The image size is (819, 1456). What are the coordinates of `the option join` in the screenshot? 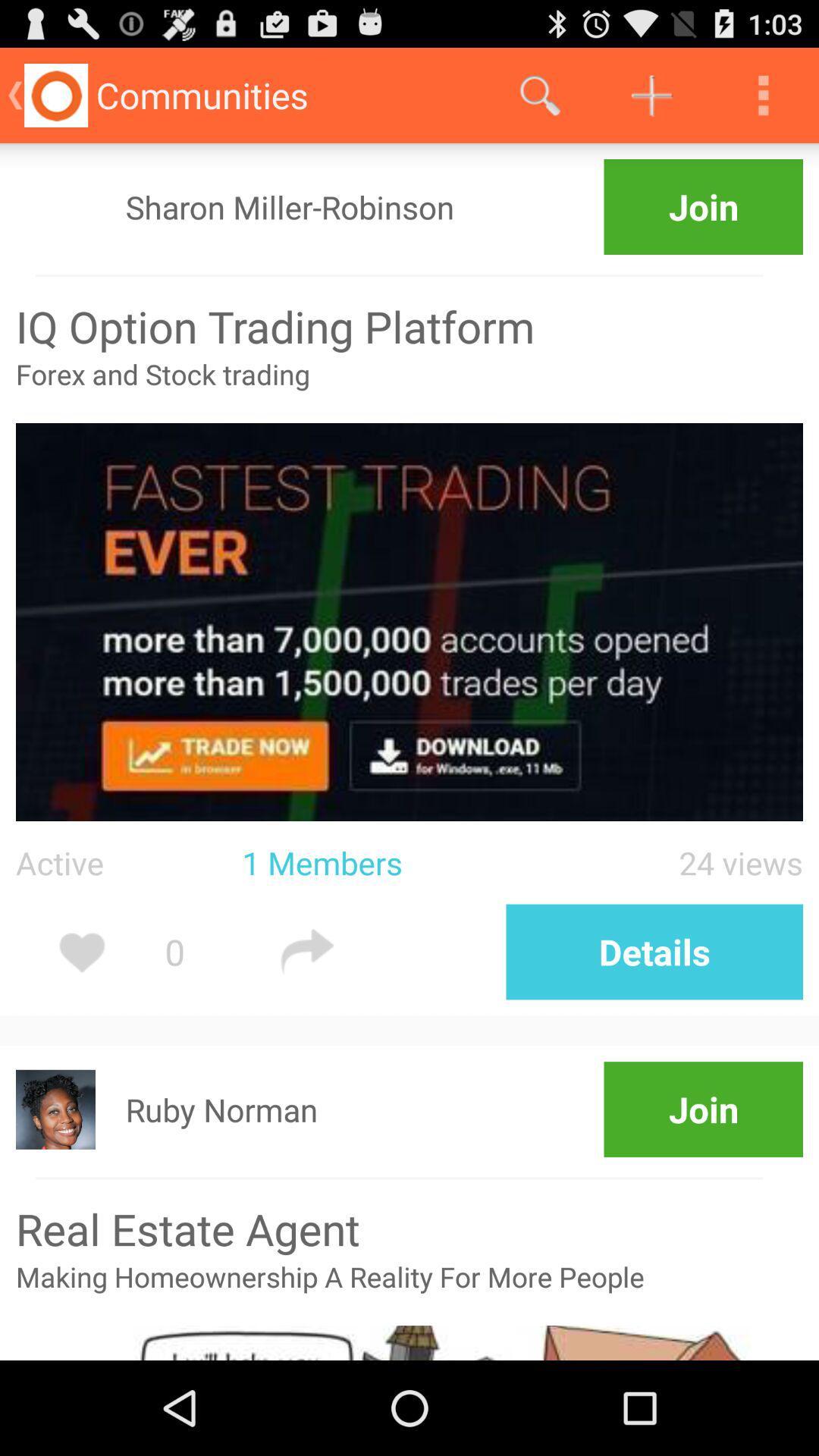 It's located at (704, 206).